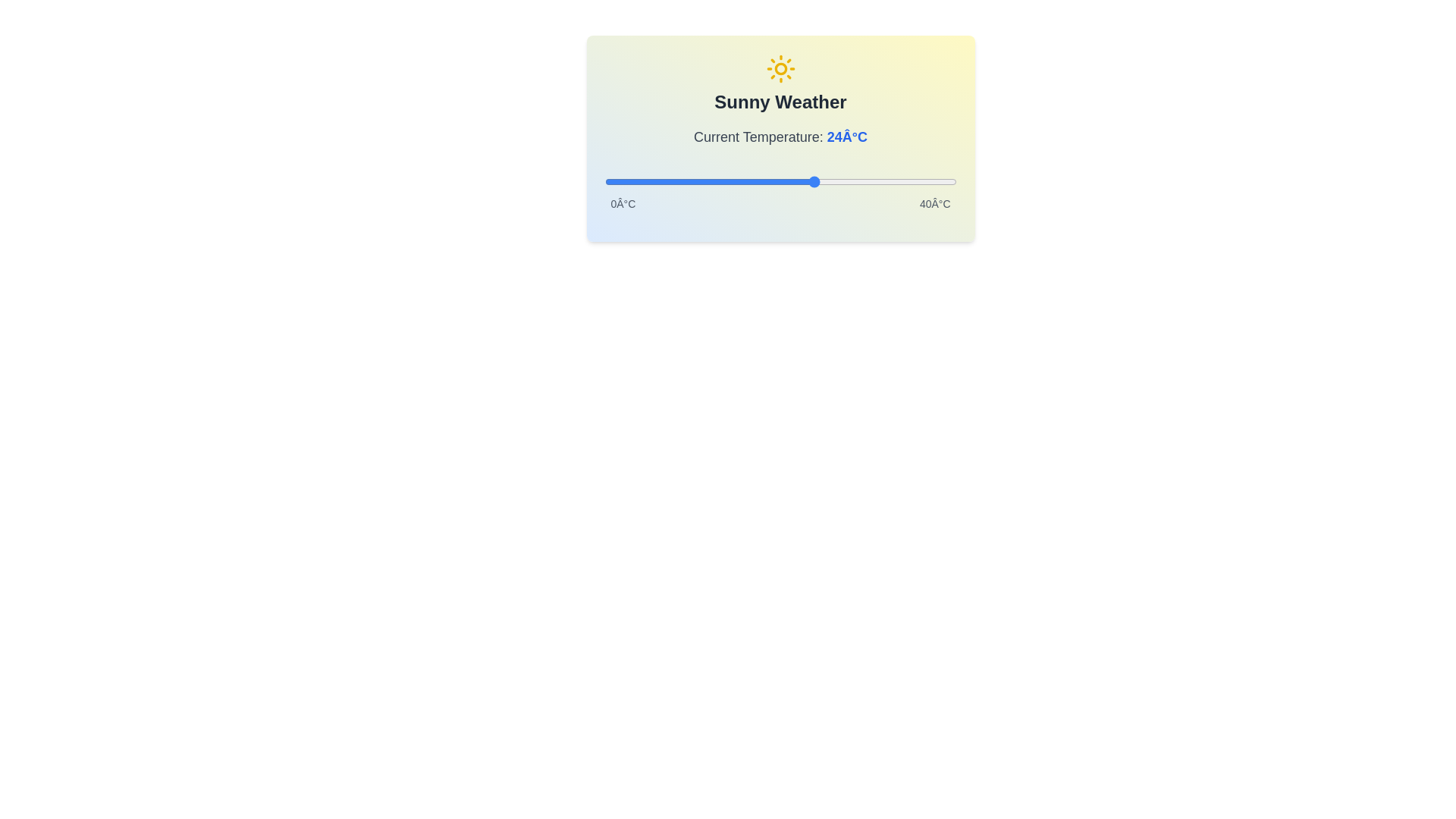  Describe the element at coordinates (780, 137) in the screenshot. I see `the text display that shows 'Current Temperature: 24°C', which is styled with a bold font for the number and located below 'Sunny Weather' and above a horizontal slider` at that location.